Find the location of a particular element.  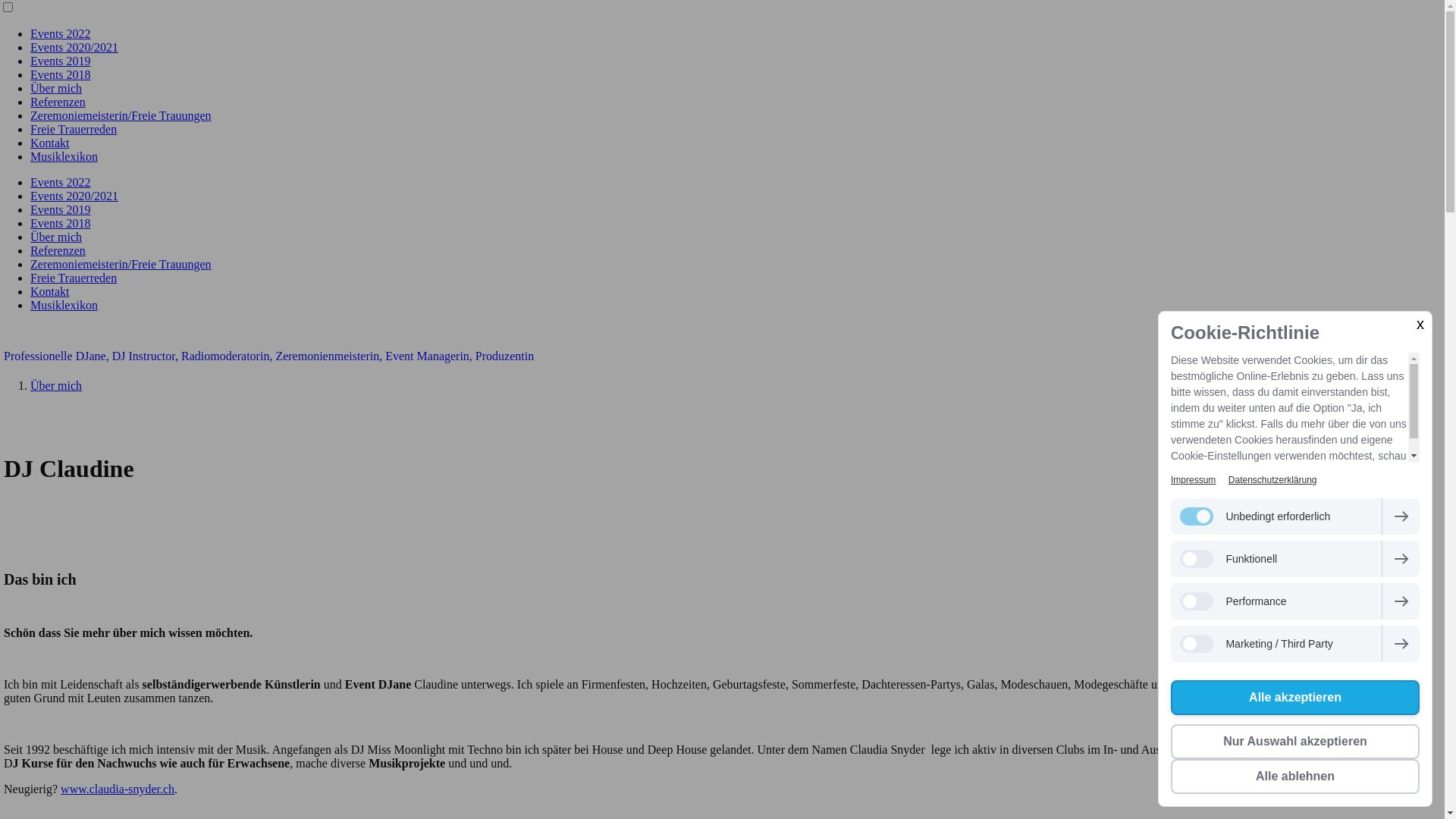

'Musiklexikon' is located at coordinates (63, 156).